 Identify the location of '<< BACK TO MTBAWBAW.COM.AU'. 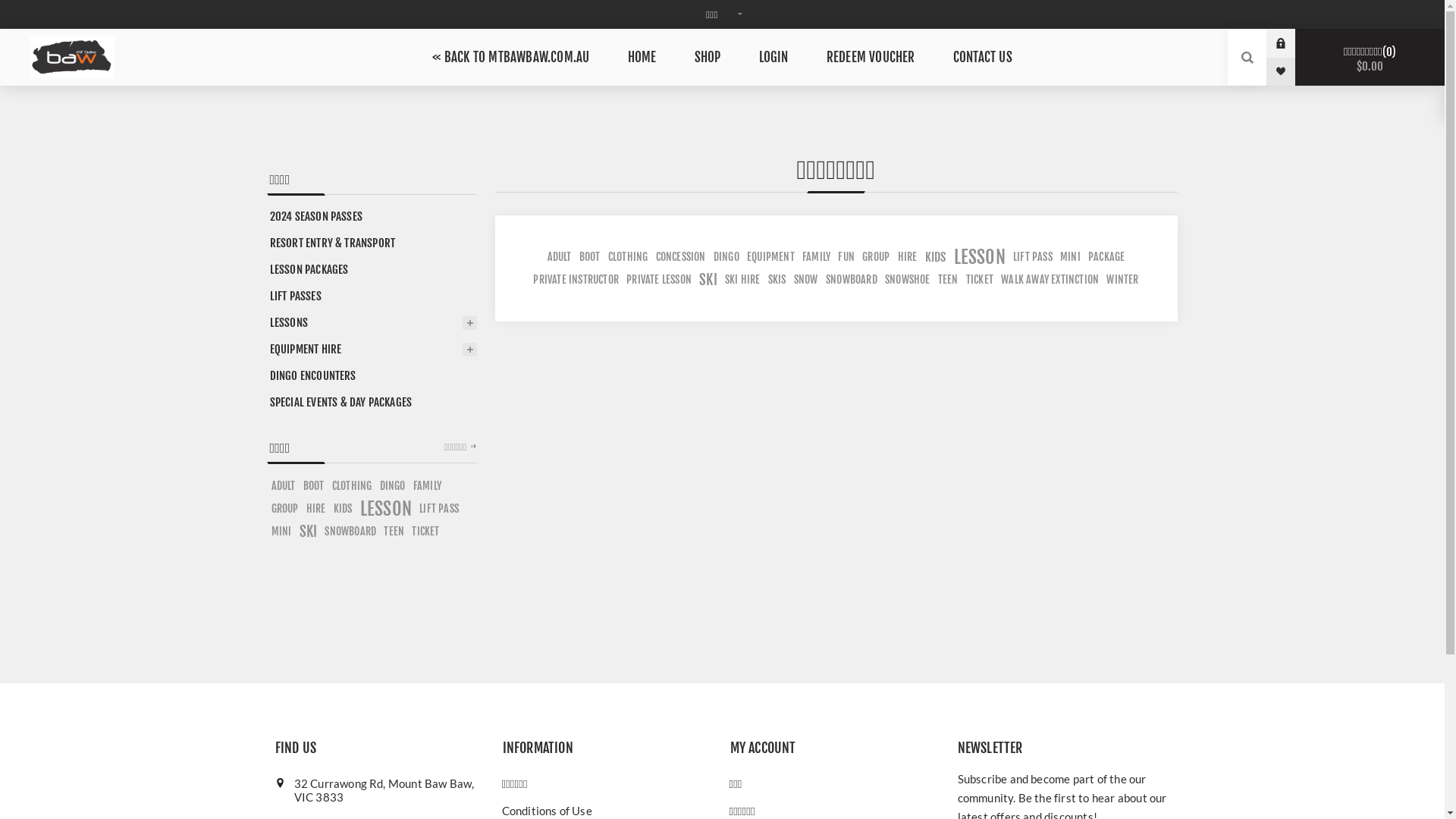
(510, 56).